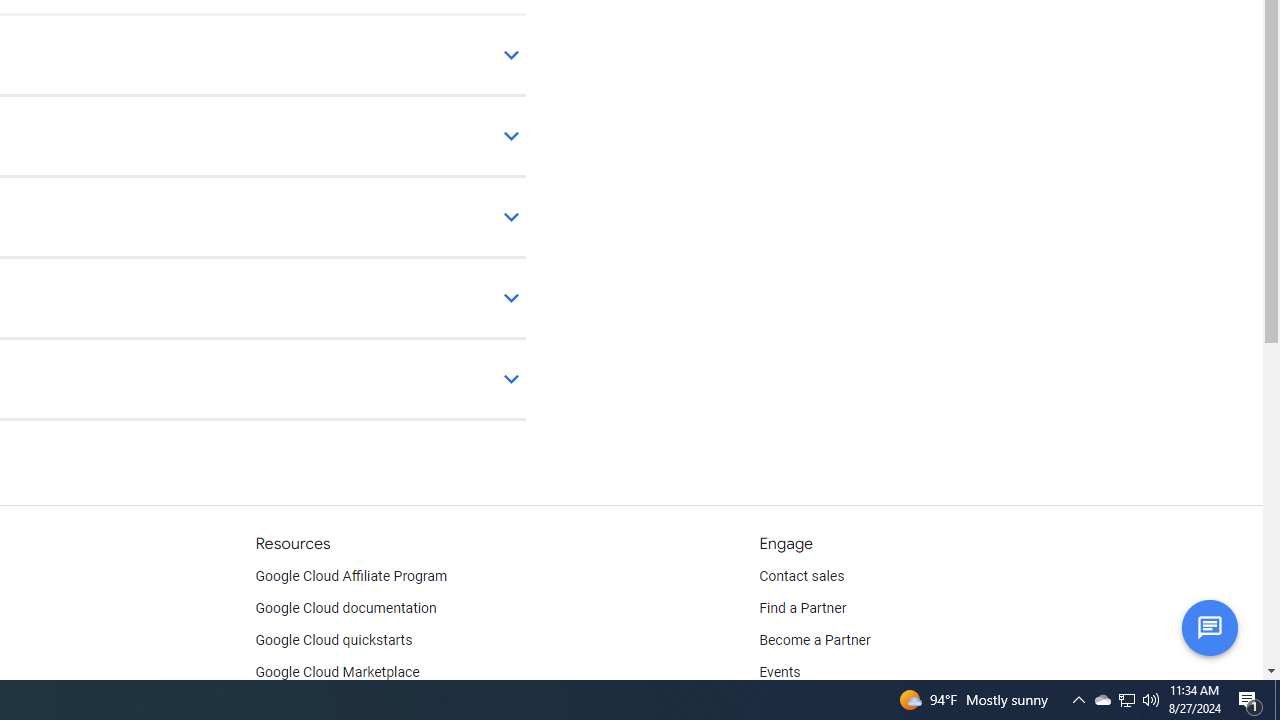 The image size is (1280, 720). Describe the element at coordinates (779, 672) in the screenshot. I see `'Events'` at that location.